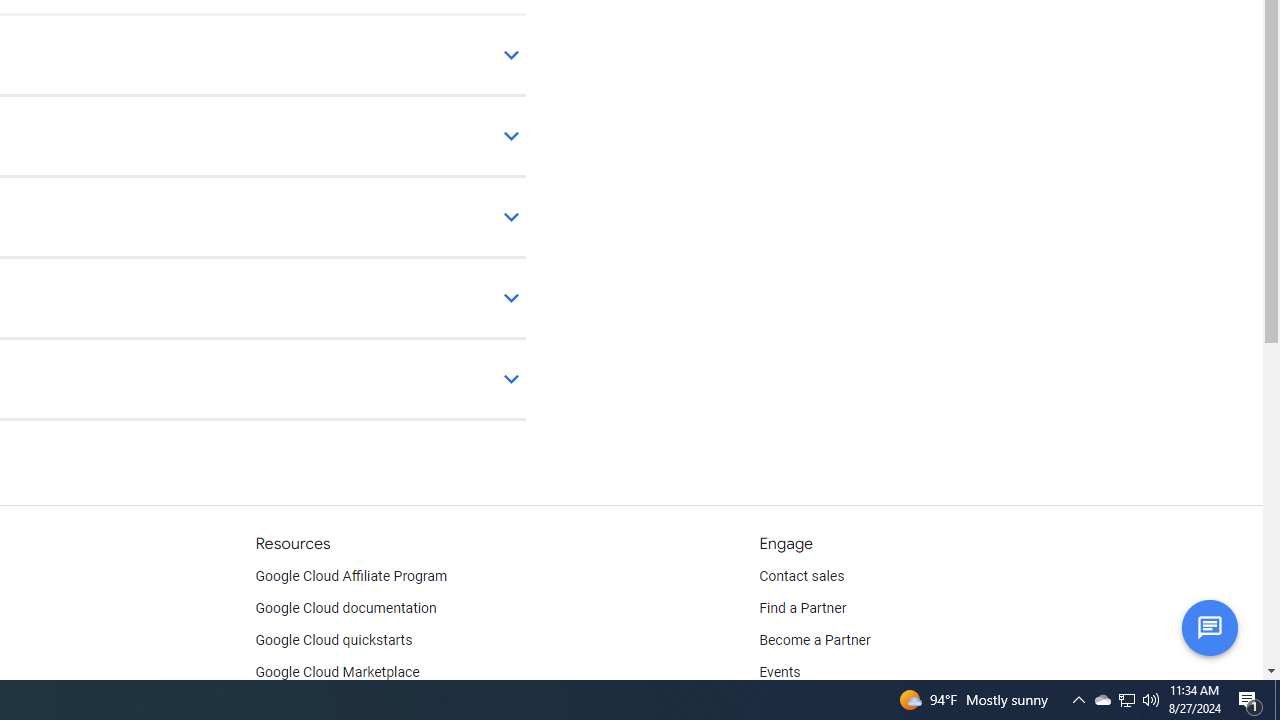 The image size is (1280, 720). Describe the element at coordinates (779, 672) in the screenshot. I see `'Events'` at that location.